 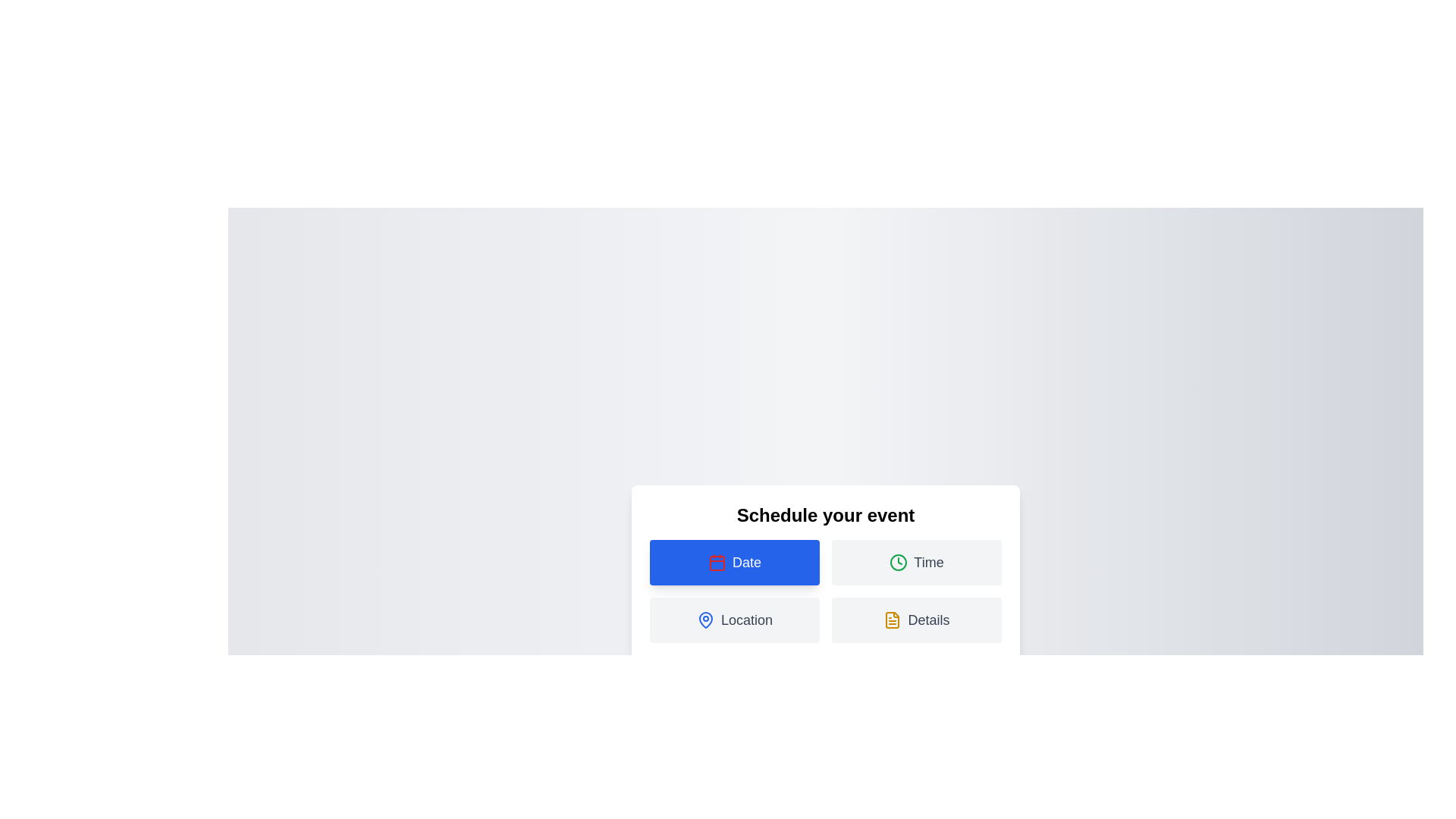 I want to click on the circular SVG element with a green border that serves as the main circumference of the clock illustration within the 'Time' button located in the top-right corner of the button grid, so click(x=899, y=562).